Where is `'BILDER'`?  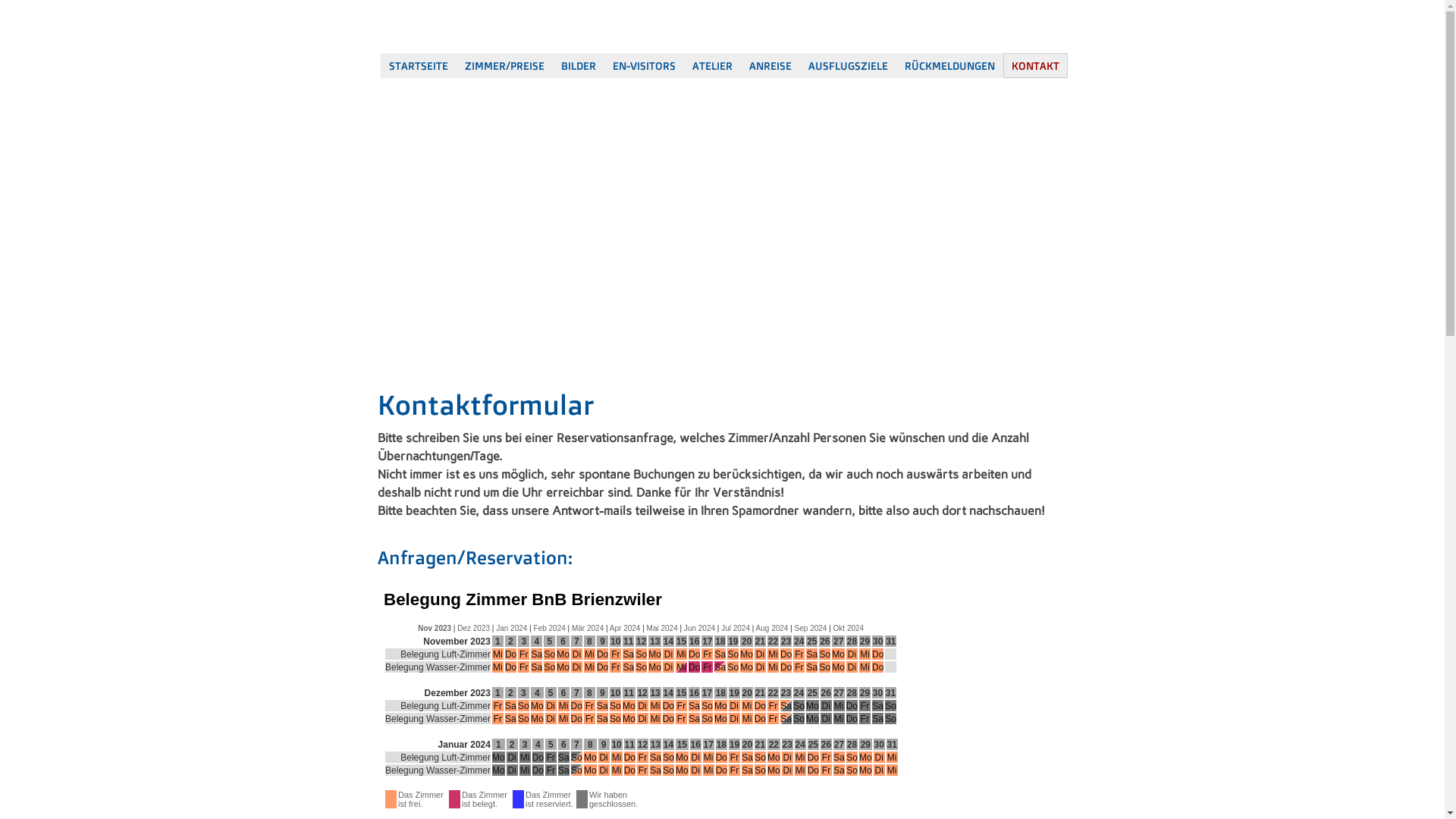 'BILDER' is located at coordinates (577, 64).